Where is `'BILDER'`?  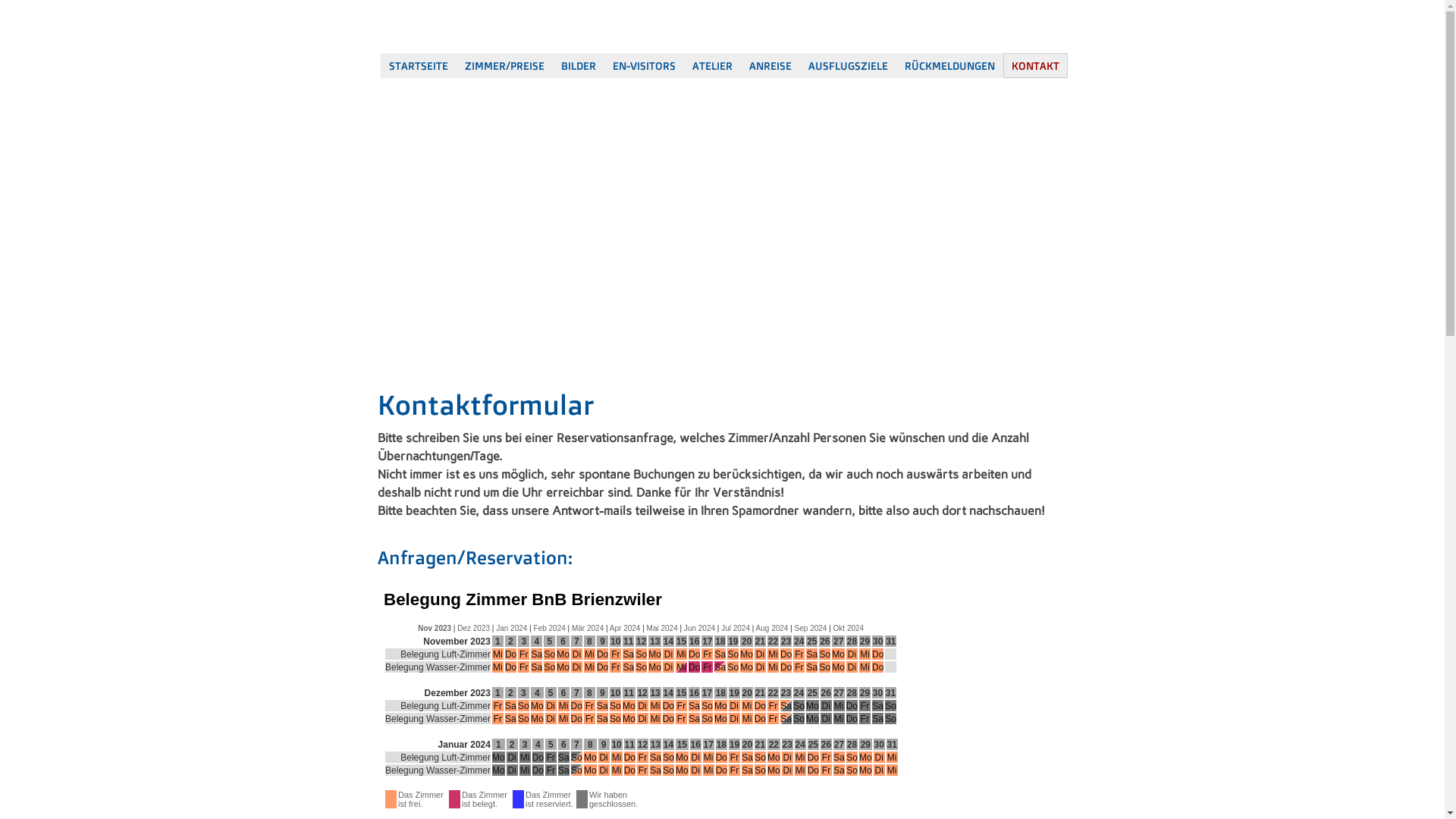 'BILDER' is located at coordinates (577, 64).